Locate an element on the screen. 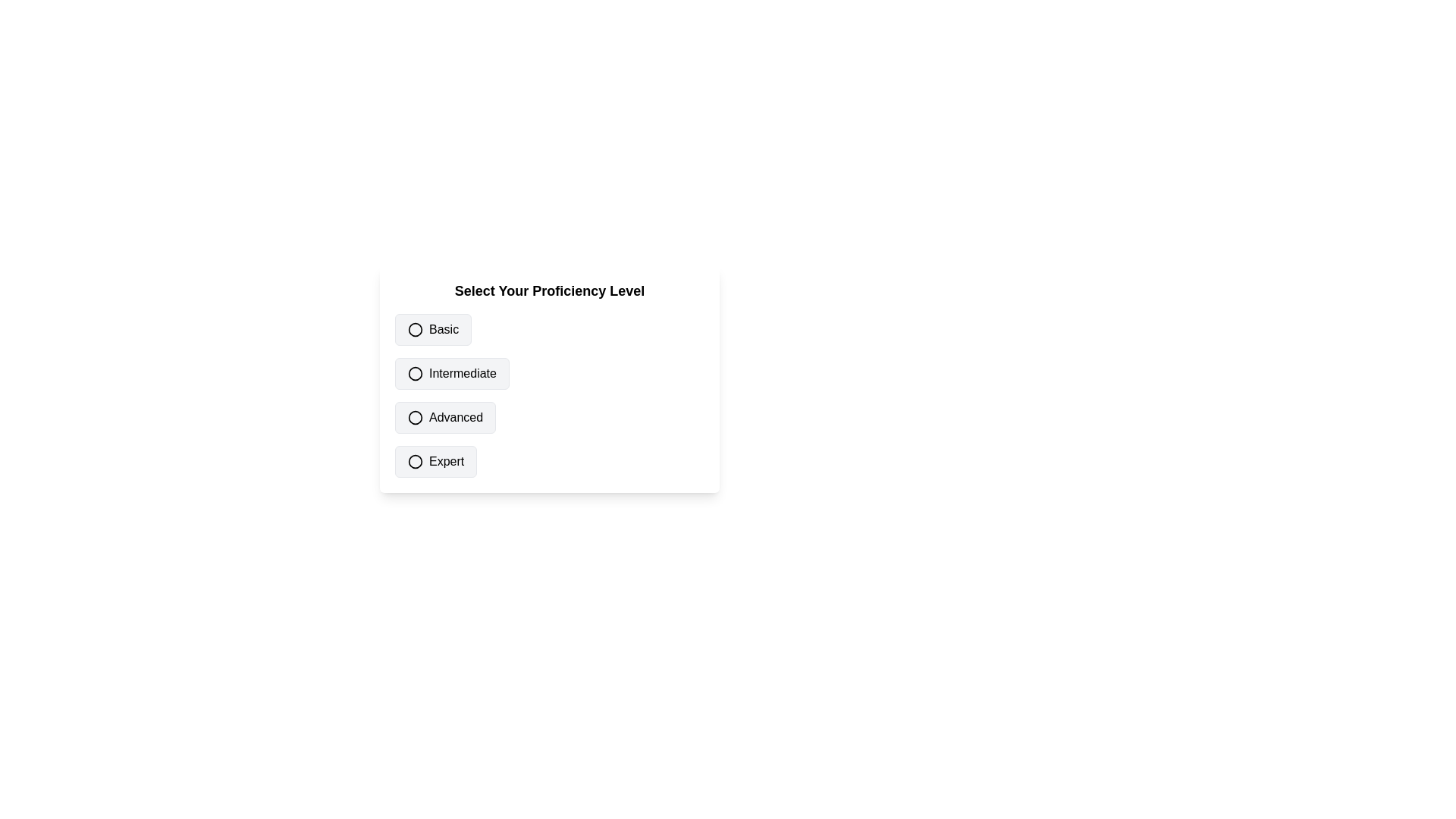 The height and width of the screenshot is (819, 1456). the radio button for the 'Advanced' option, which is a circular element next to the text 'Advanced' in the proficiency levels list is located at coordinates (415, 418).